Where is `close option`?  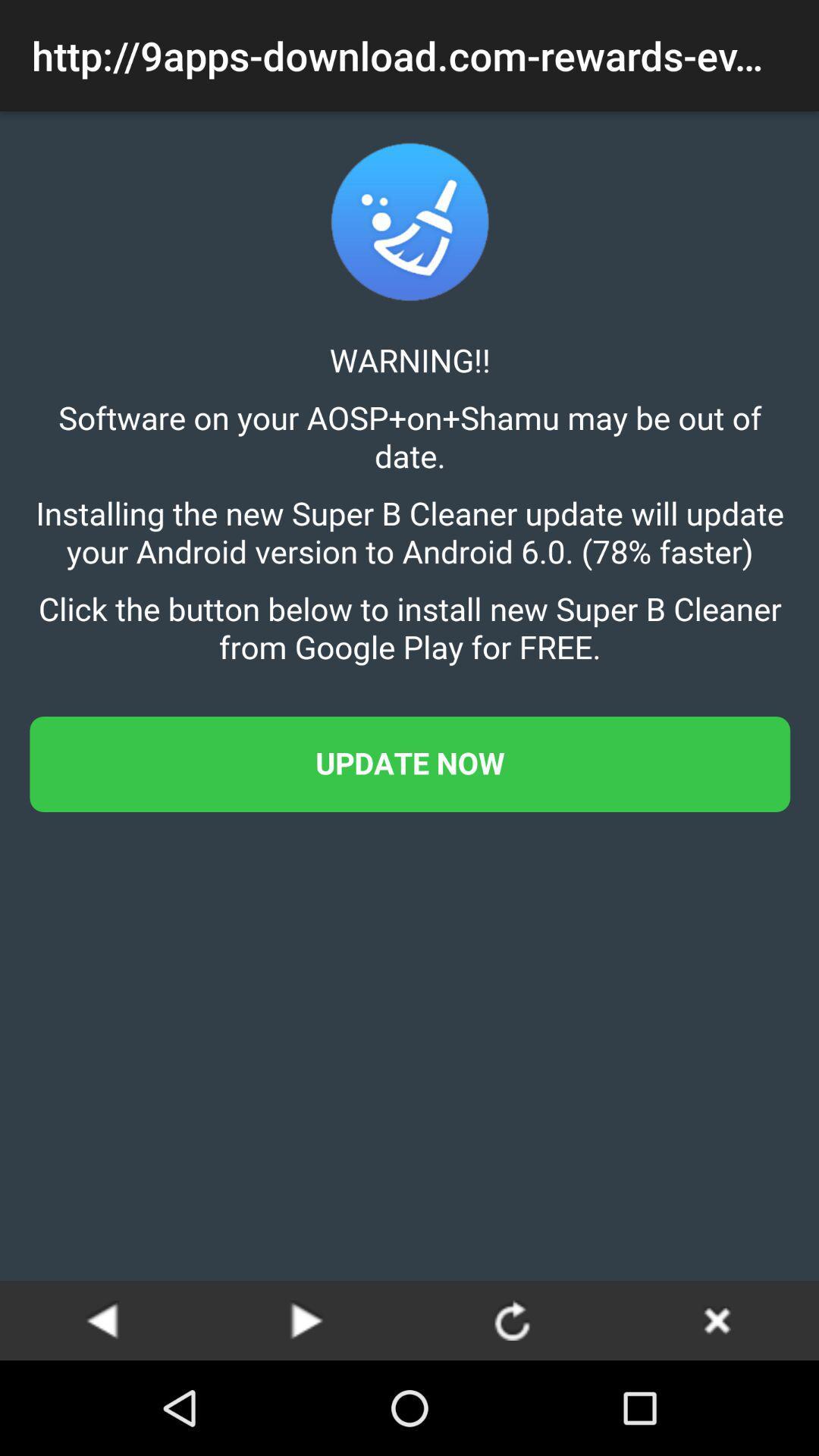
close option is located at coordinates (717, 1319).